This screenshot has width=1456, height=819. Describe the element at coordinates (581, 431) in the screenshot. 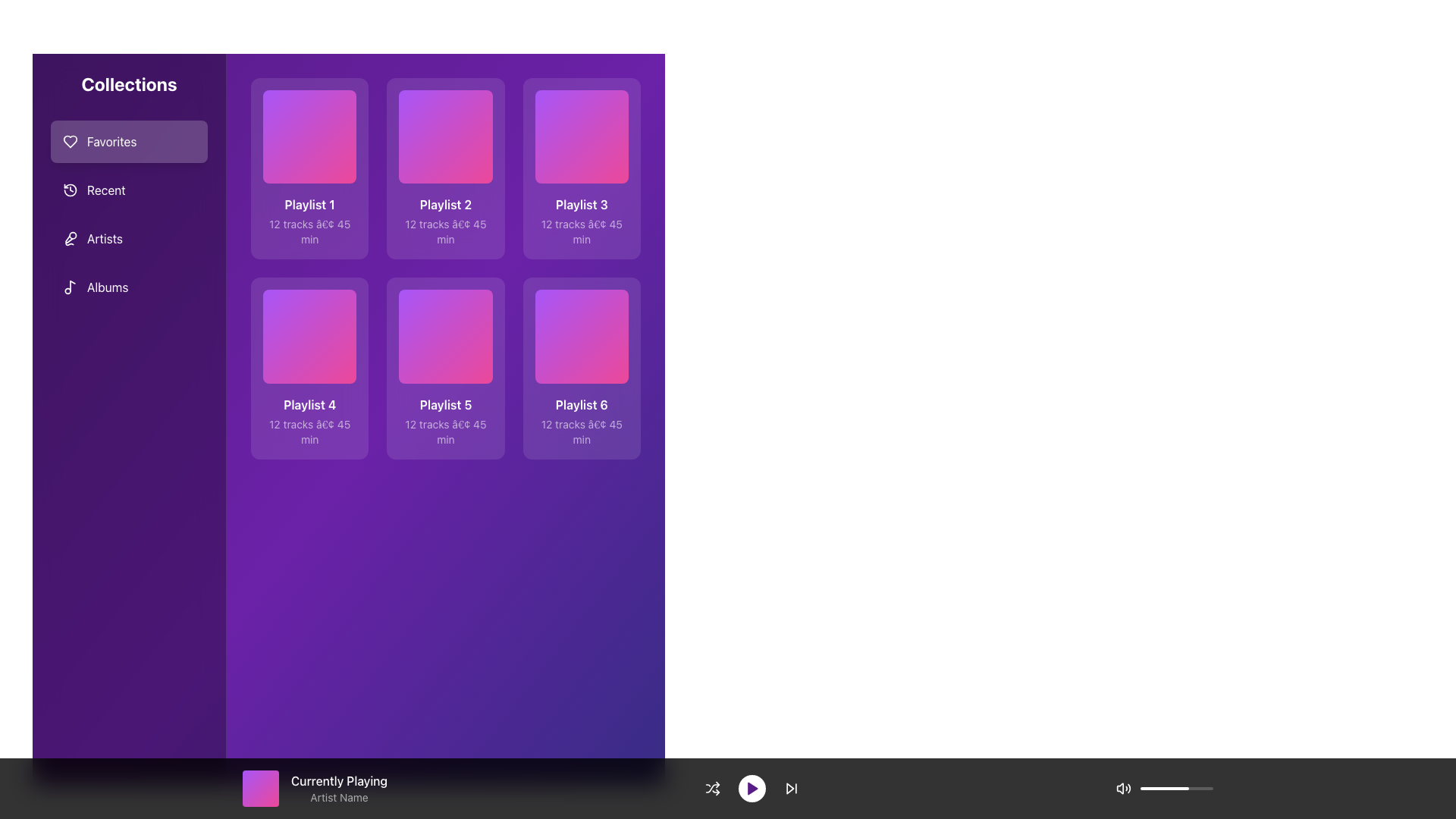

I see `the text label displaying '12 tracks â€¢ 45 min', located under the title 'Playlist 6' in the bottom-right corner of the sixth playlist card` at that location.